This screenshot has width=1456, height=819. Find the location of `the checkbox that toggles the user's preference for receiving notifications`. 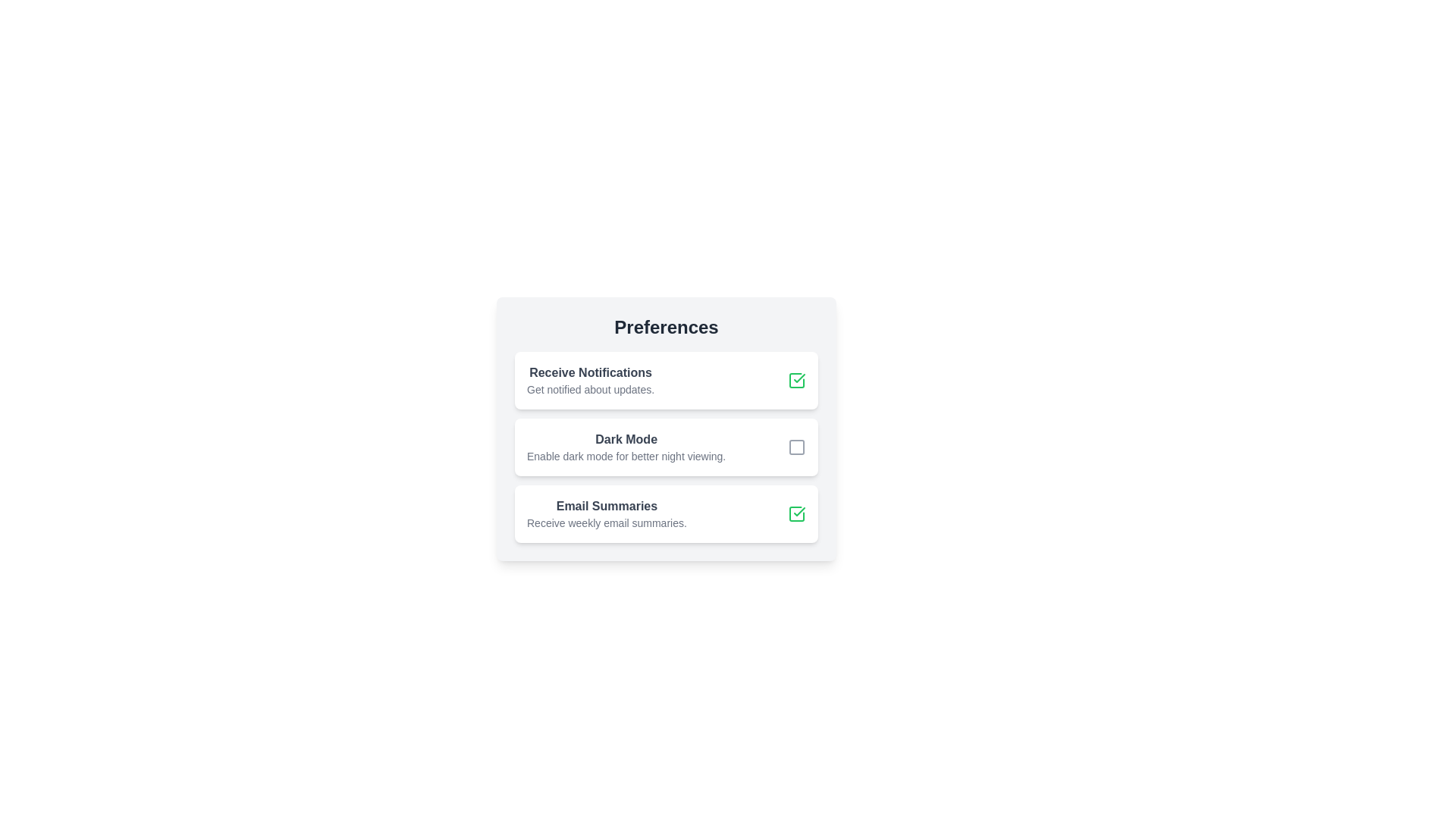

the checkbox that toggles the user's preference for receiving notifications is located at coordinates (796, 379).